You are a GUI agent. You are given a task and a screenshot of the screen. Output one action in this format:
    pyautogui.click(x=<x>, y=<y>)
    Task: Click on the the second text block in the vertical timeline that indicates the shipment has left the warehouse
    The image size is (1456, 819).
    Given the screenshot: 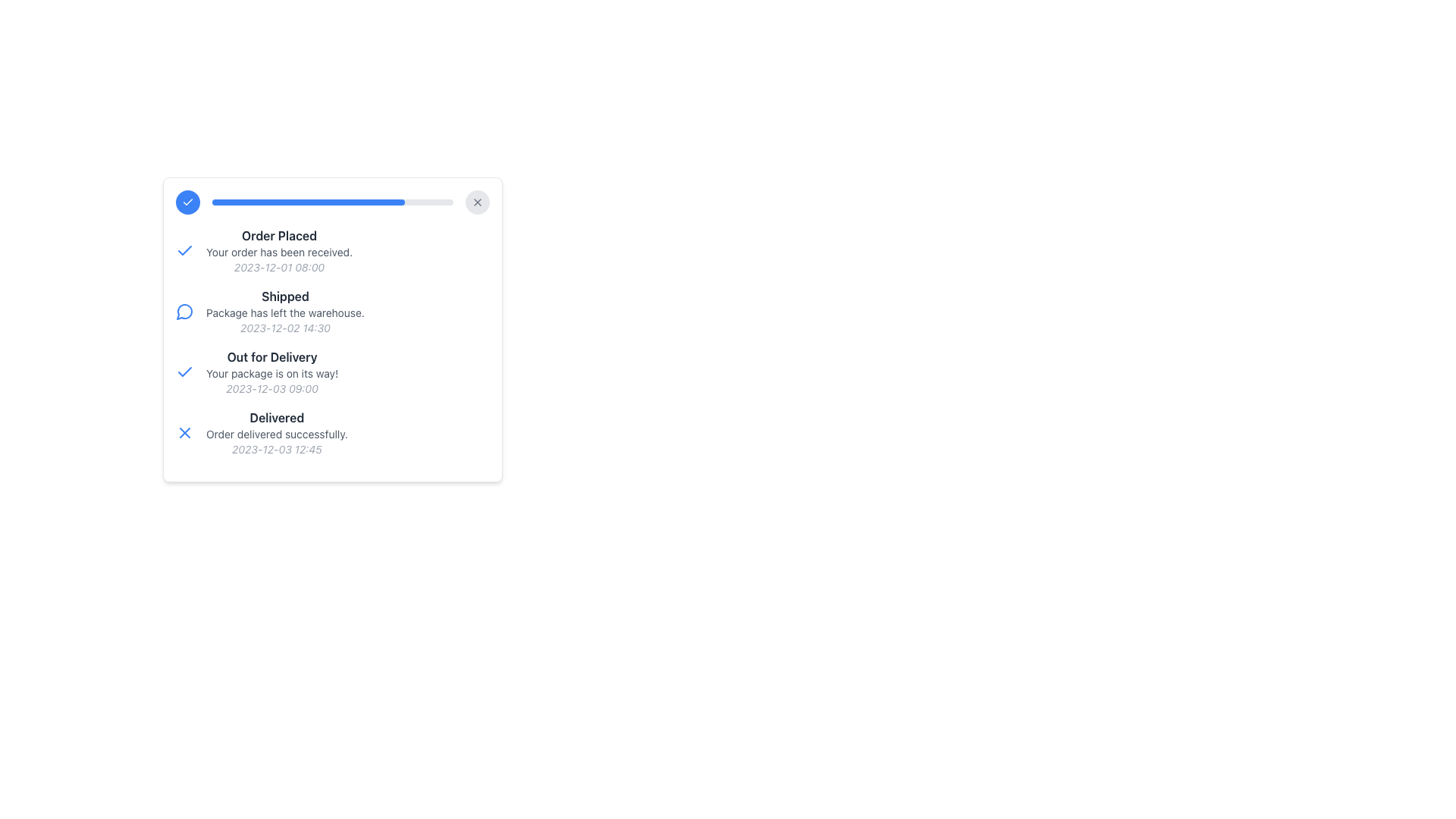 What is the action you would take?
    pyautogui.click(x=285, y=311)
    